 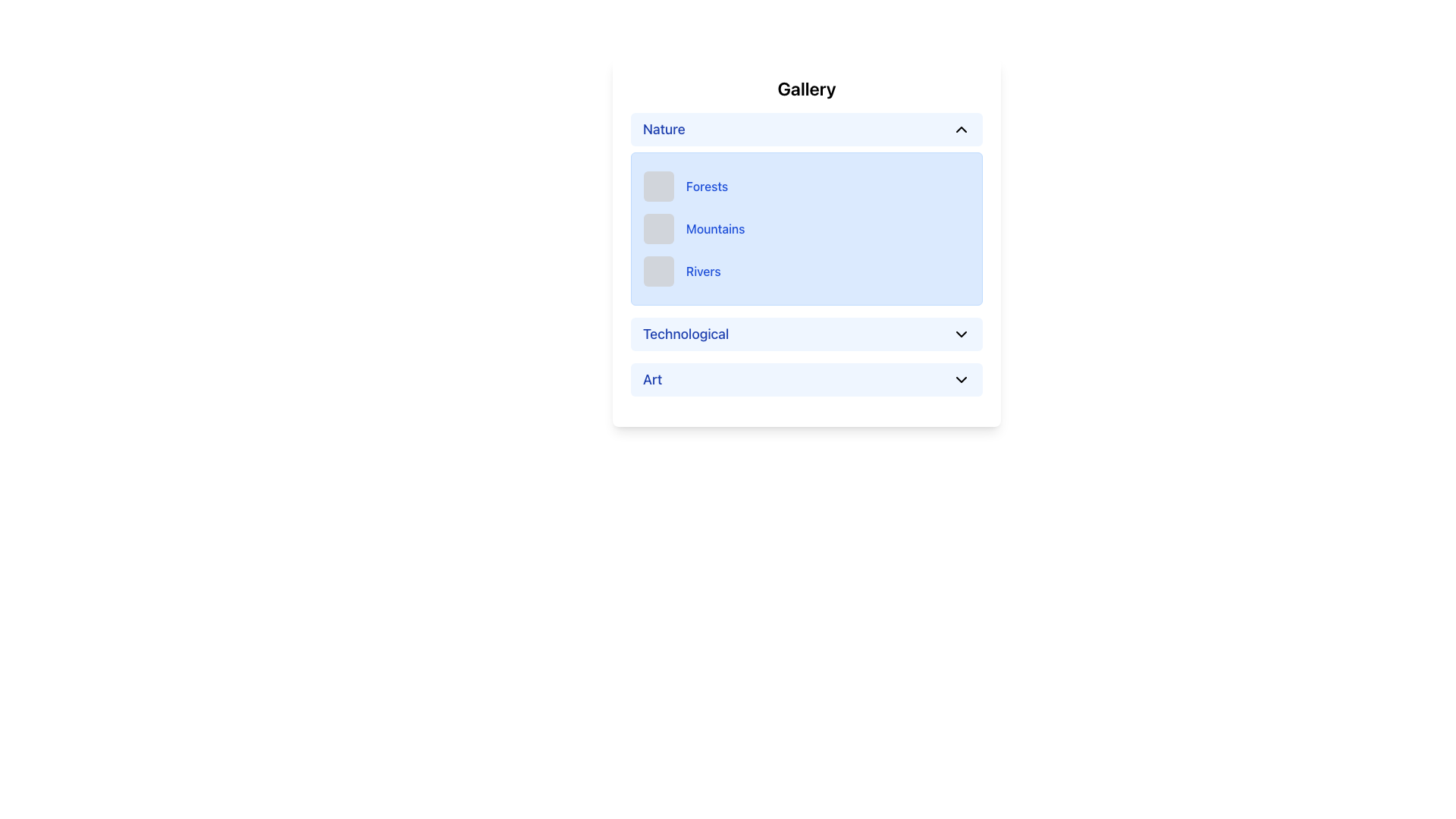 What do you see at coordinates (806, 228) in the screenshot?
I see `the horizontal list item containing the blue text label 'Mountains' to highlight it` at bounding box center [806, 228].